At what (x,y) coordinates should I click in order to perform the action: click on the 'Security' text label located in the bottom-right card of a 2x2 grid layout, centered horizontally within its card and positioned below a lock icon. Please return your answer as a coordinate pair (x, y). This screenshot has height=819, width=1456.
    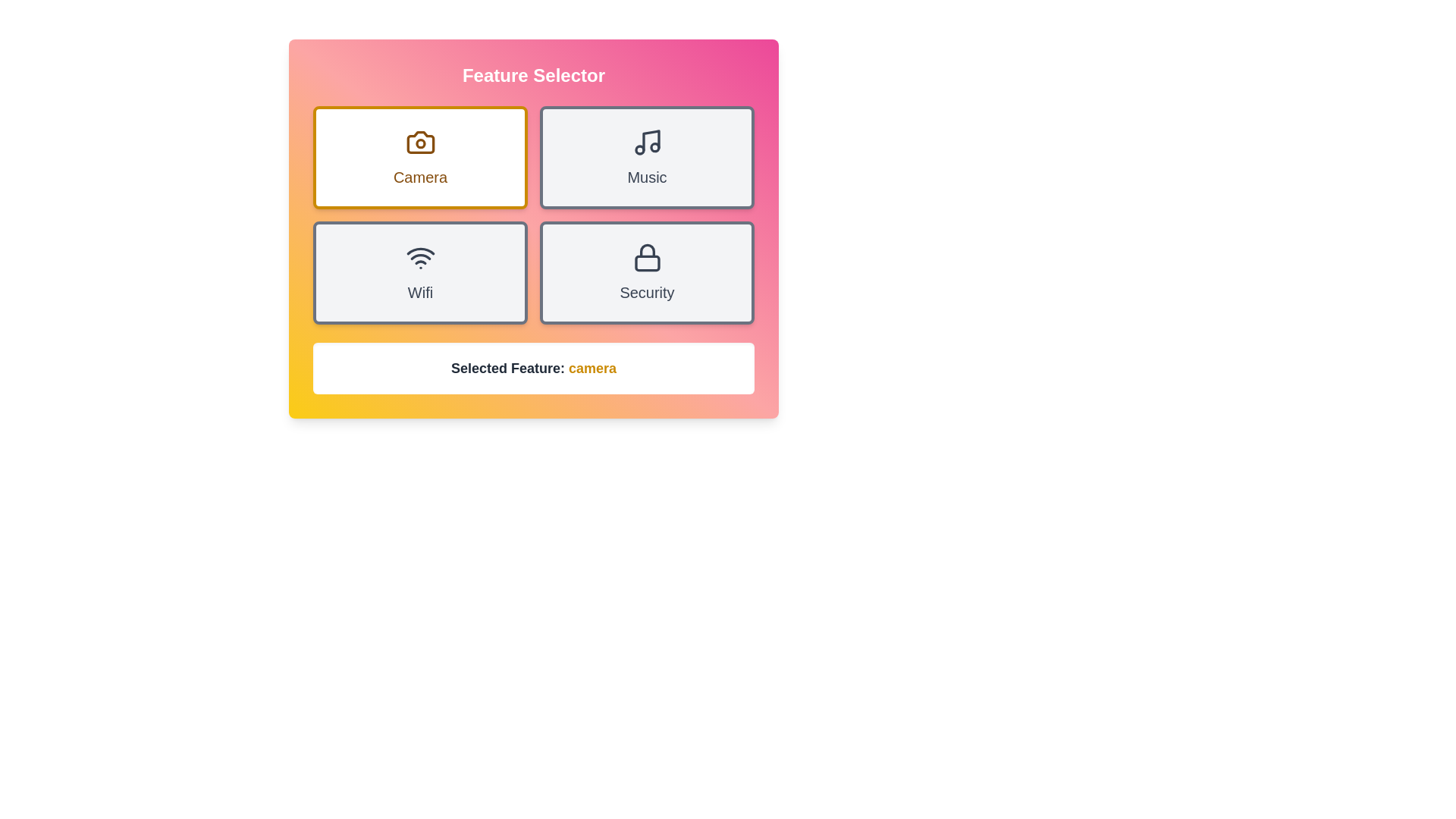
    Looking at the image, I should click on (647, 292).